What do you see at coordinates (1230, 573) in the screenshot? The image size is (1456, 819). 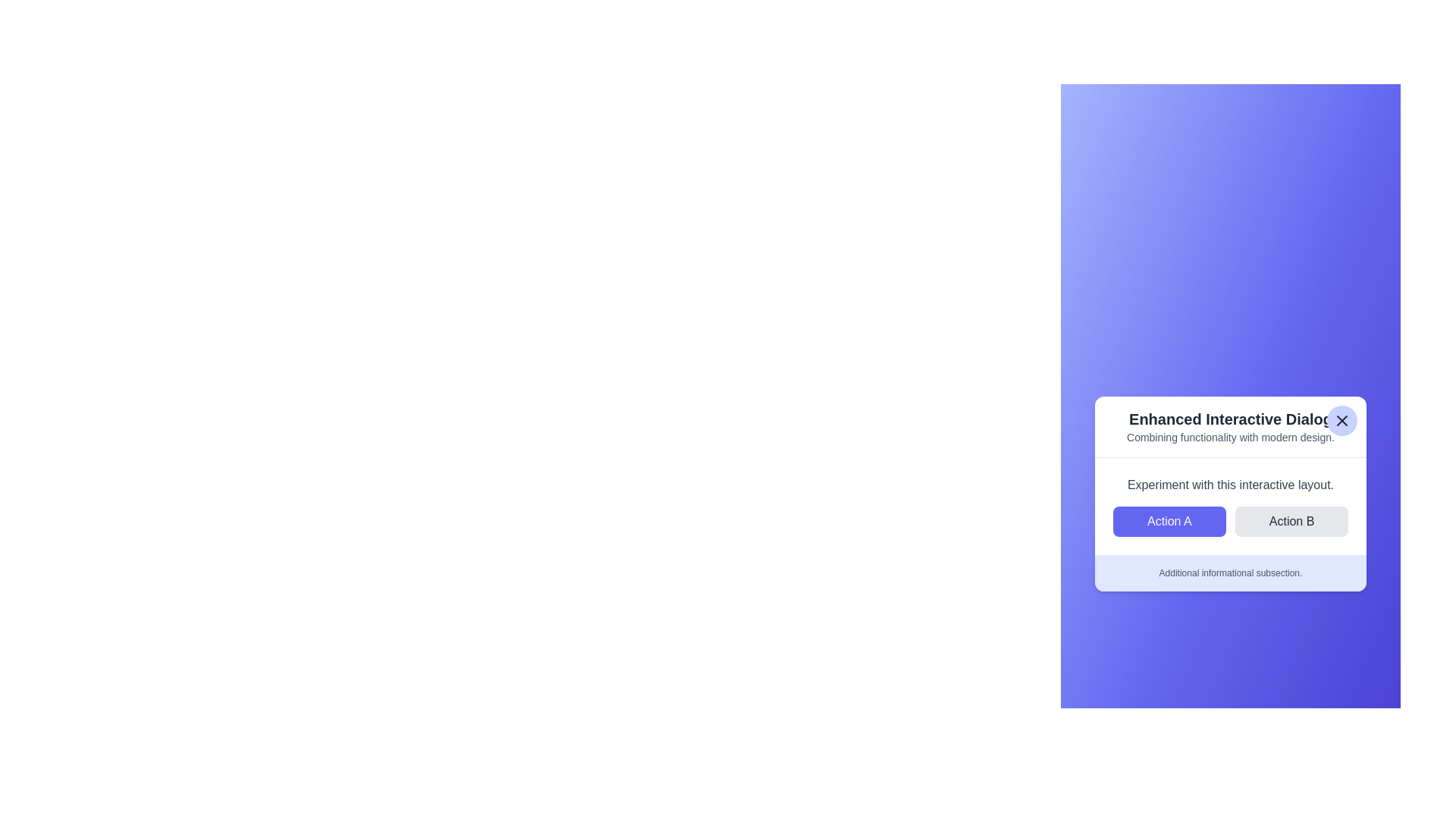 I see `the static text label located centrally below the action buttons 'Action A' and 'Action B' in the indigo-shaded background area at the bottom of the modal` at bounding box center [1230, 573].